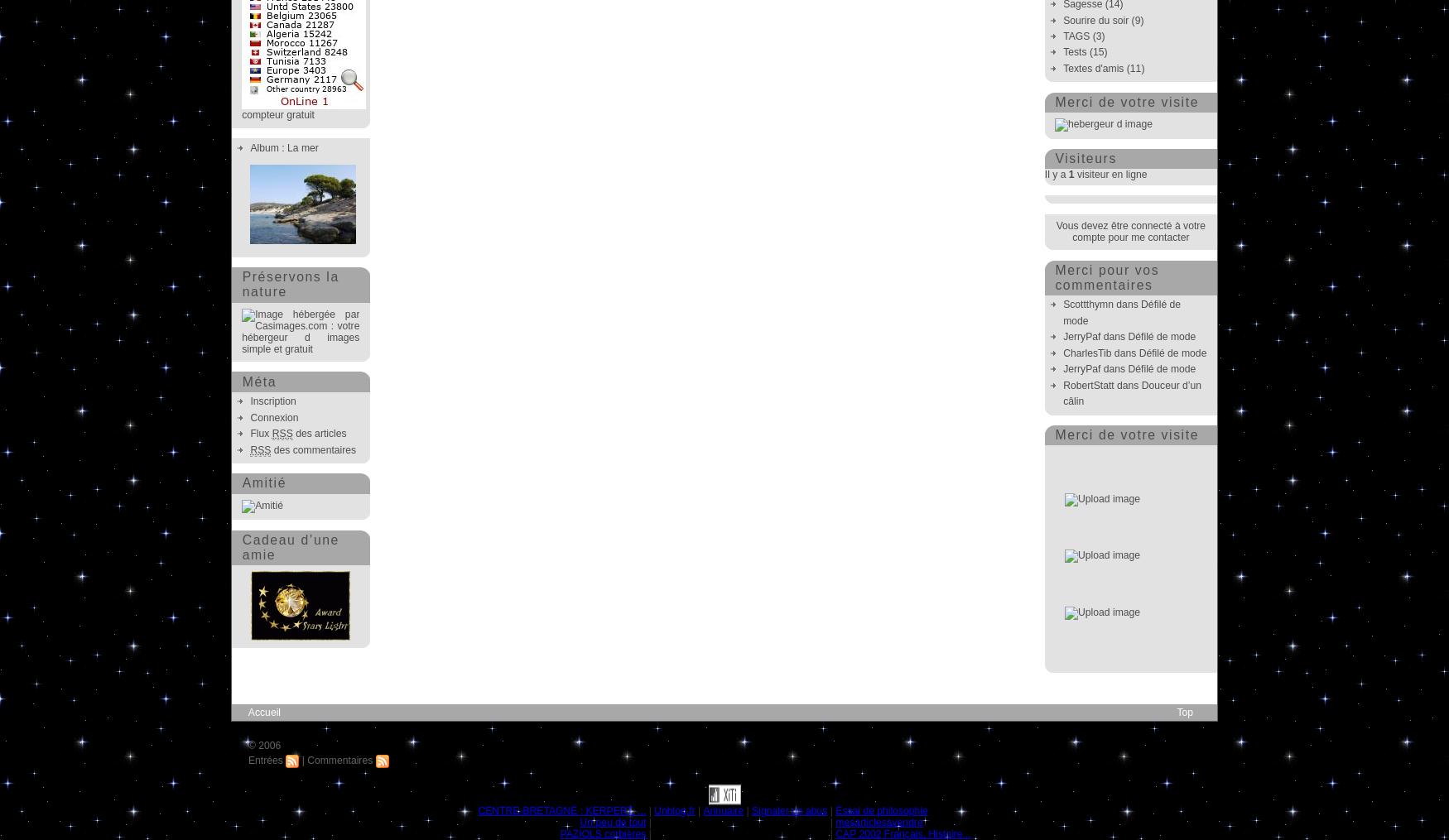  Describe the element at coordinates (723, 810) in the screenshot. I see `'Annuaire'` at that location.